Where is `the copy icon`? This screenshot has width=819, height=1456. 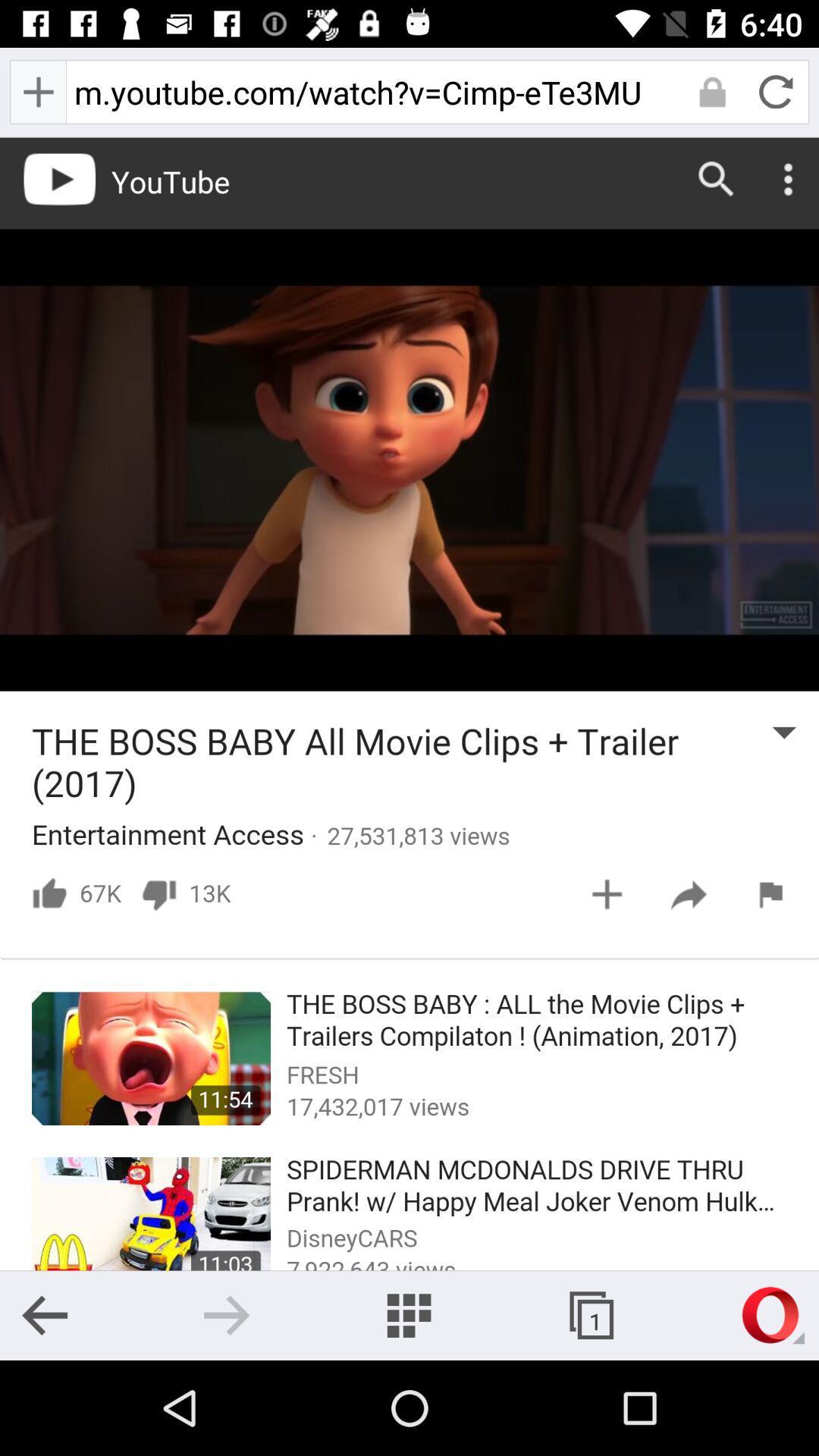
the copy icon is located at coordinates (590, 1314).